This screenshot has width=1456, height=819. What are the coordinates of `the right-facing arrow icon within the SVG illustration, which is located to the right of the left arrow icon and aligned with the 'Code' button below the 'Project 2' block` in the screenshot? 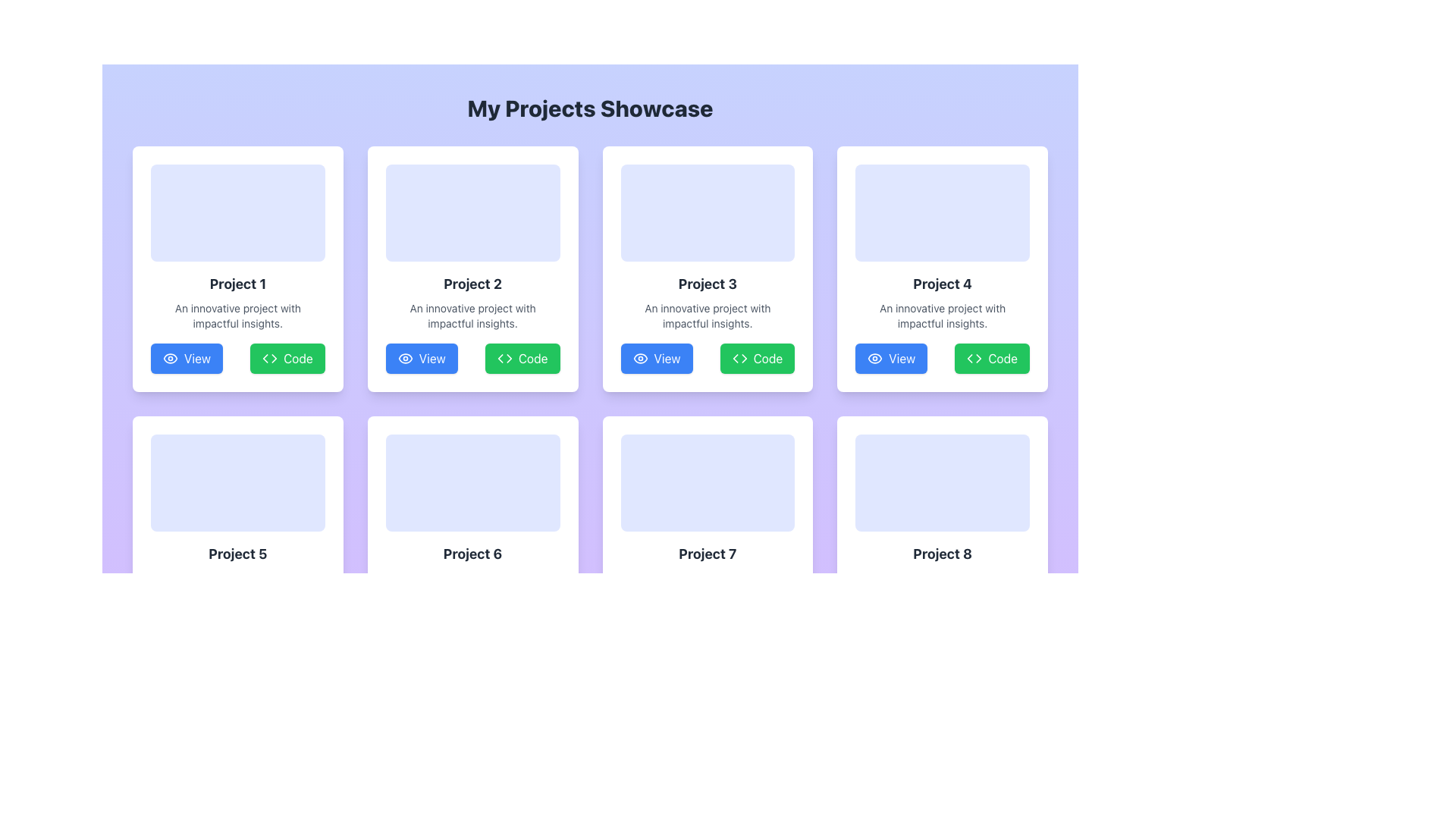 It's located at (509, 359).